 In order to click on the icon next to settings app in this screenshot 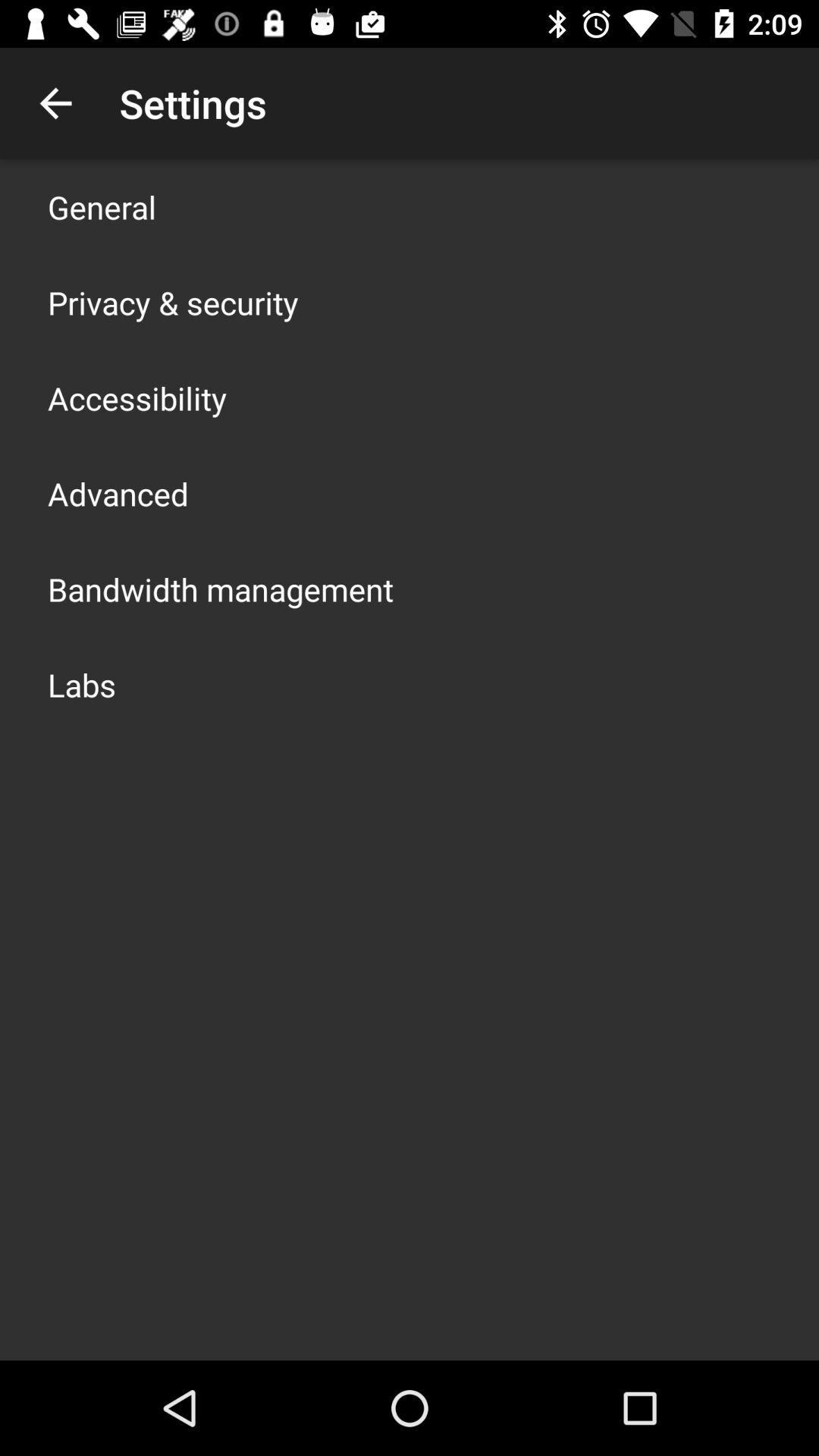, I will do `click(55, 102)`.